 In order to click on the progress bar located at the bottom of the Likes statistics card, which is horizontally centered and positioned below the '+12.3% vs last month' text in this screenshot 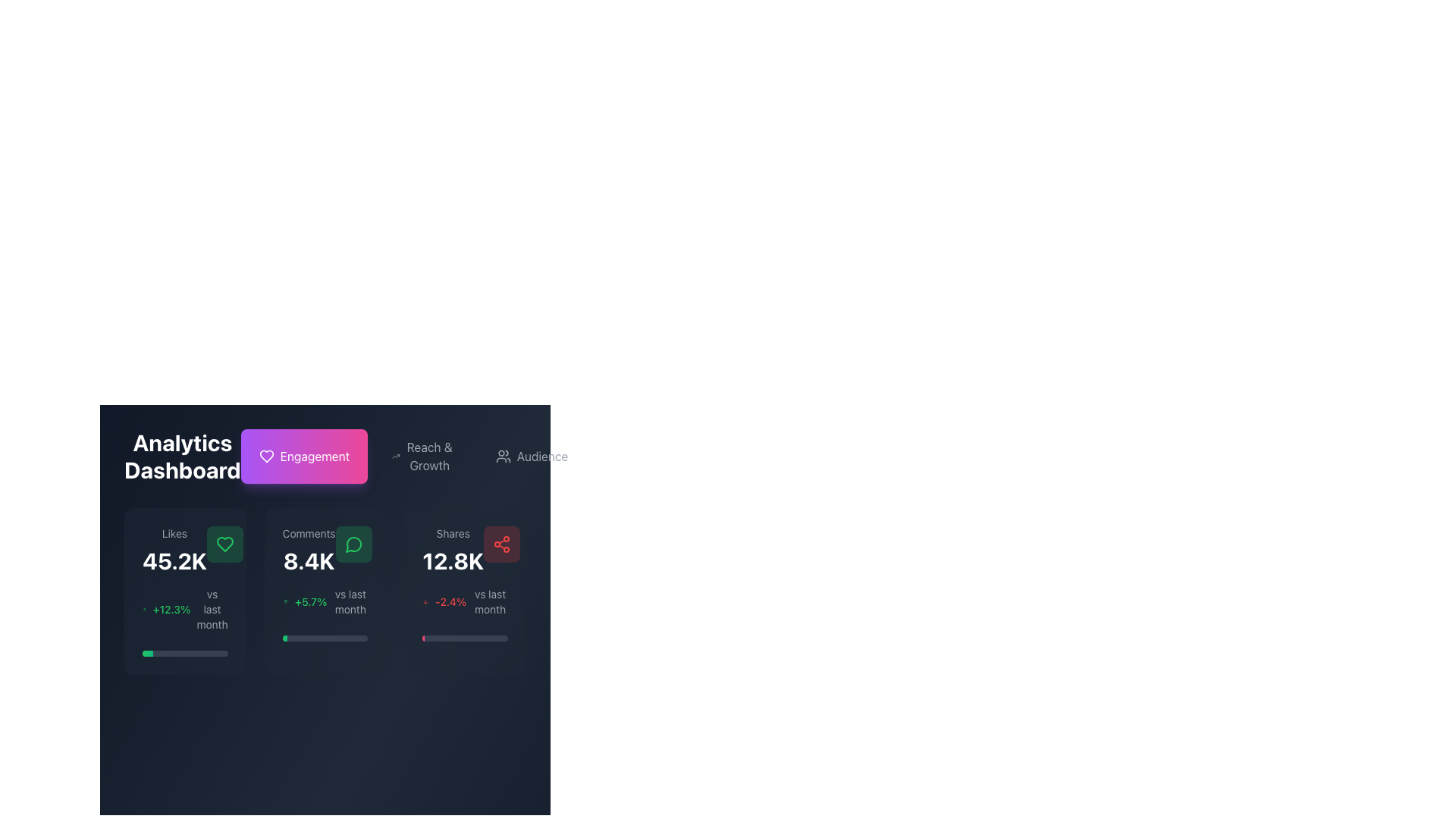, I will do `click(184, 652)`.